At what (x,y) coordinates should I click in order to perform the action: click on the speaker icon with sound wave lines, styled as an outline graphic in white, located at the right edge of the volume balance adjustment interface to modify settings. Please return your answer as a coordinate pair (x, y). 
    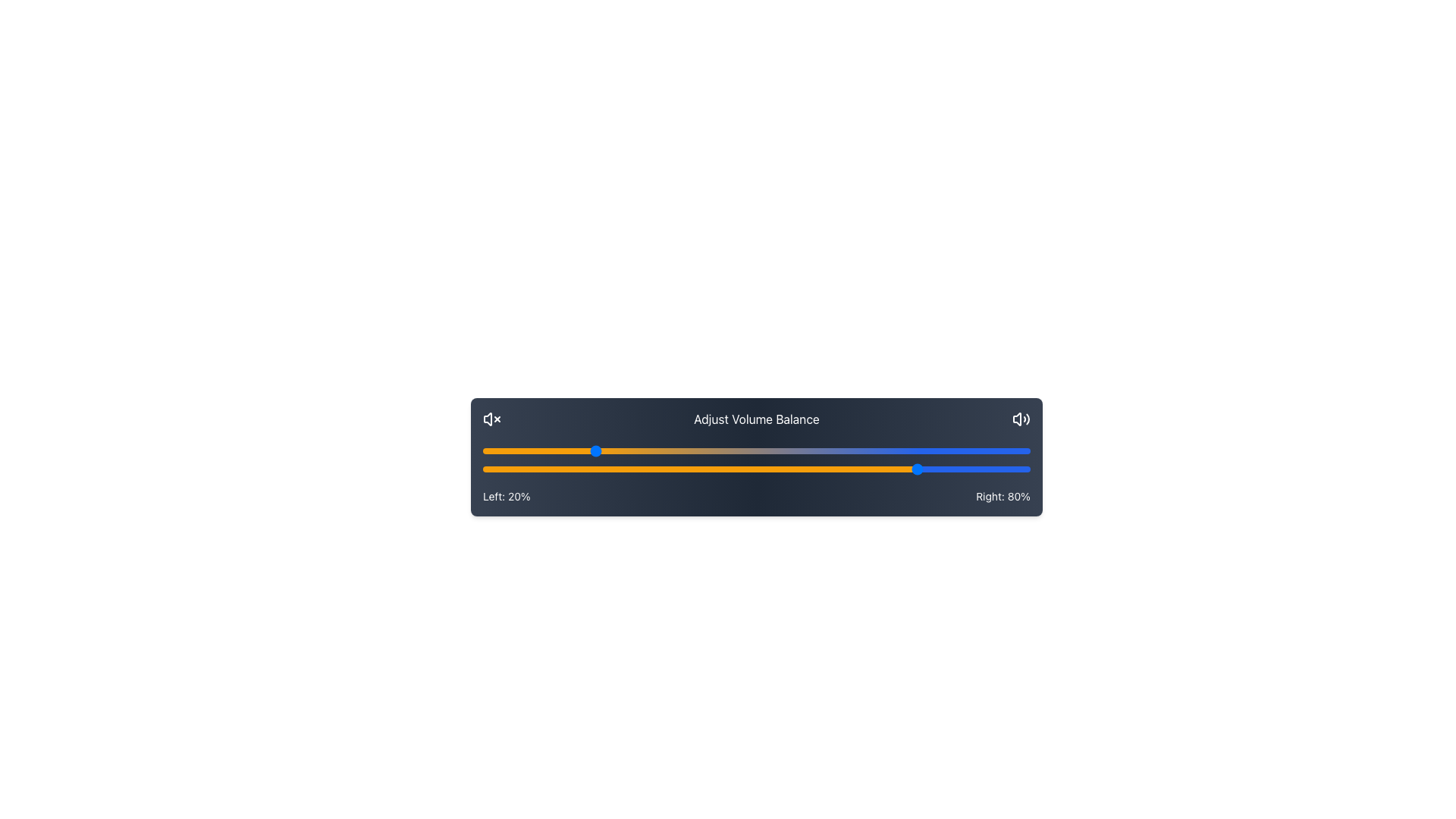
    Looking at the image, I should click on (1021, 419).